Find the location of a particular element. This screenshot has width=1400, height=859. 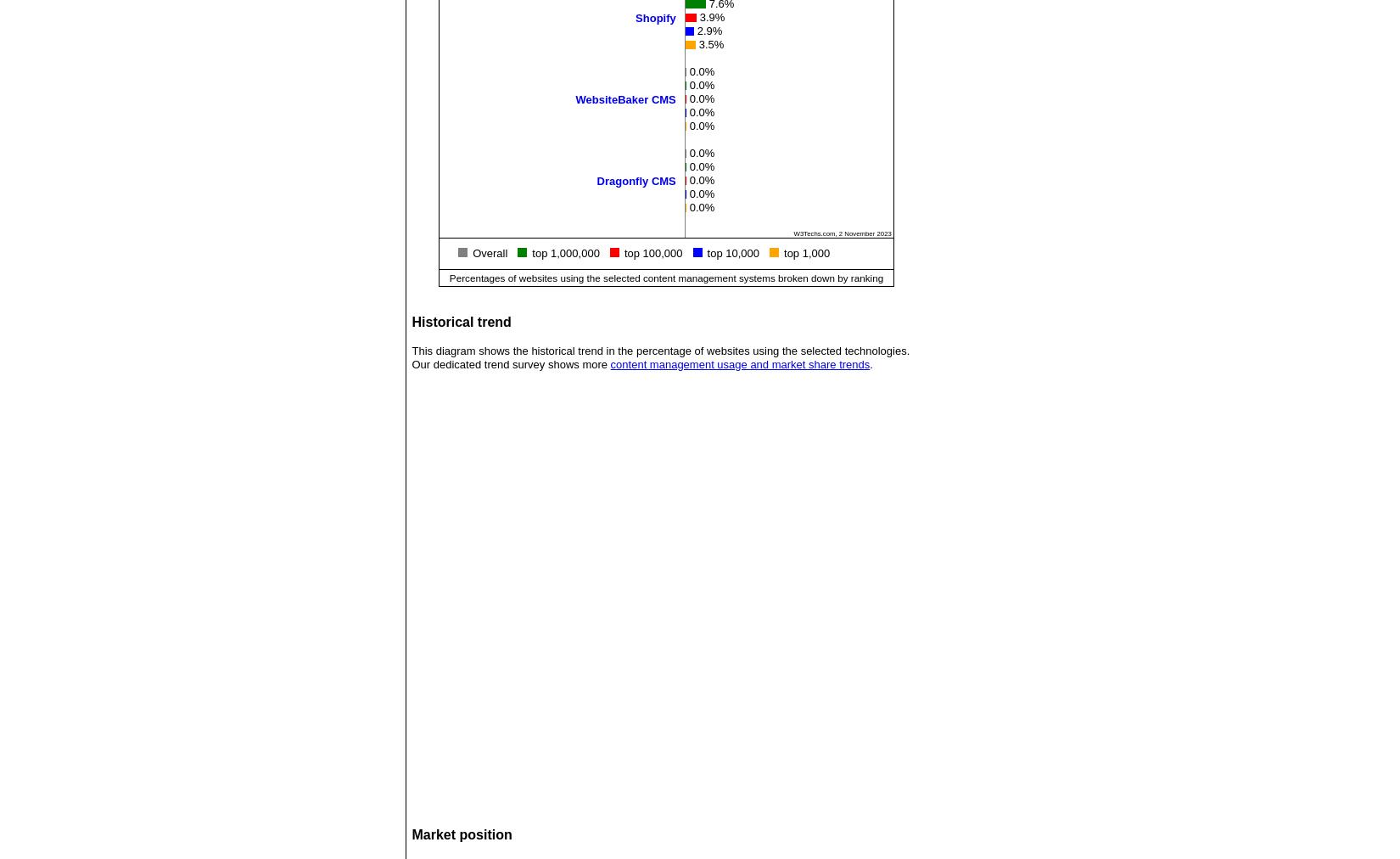

'WebsiteBaker CMS' is located at coordinates (624, 98).